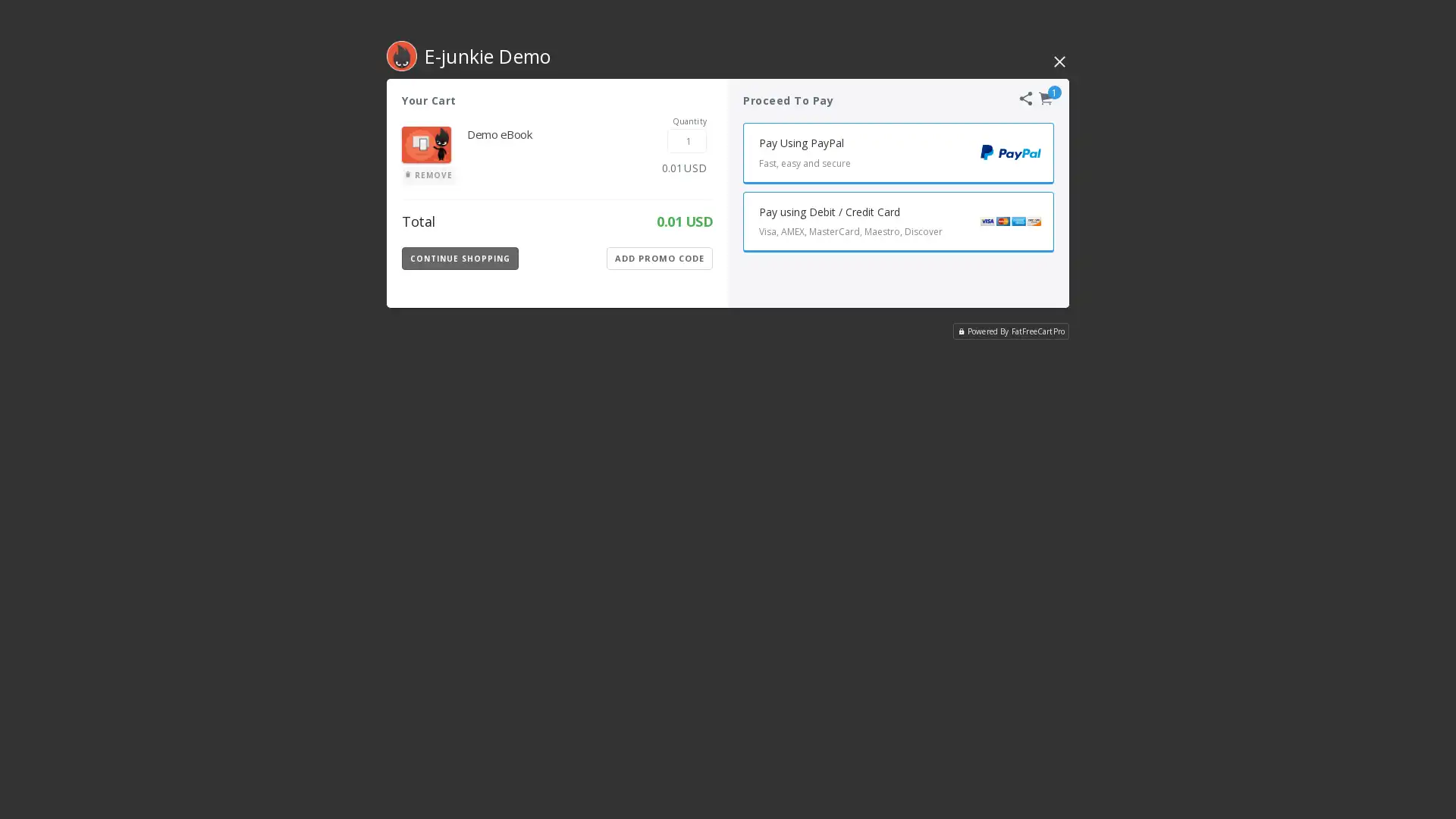  Describe the element at coordinates (459, 257) in the screenshot. I see `CONTINUE SHOPPING` at that location.